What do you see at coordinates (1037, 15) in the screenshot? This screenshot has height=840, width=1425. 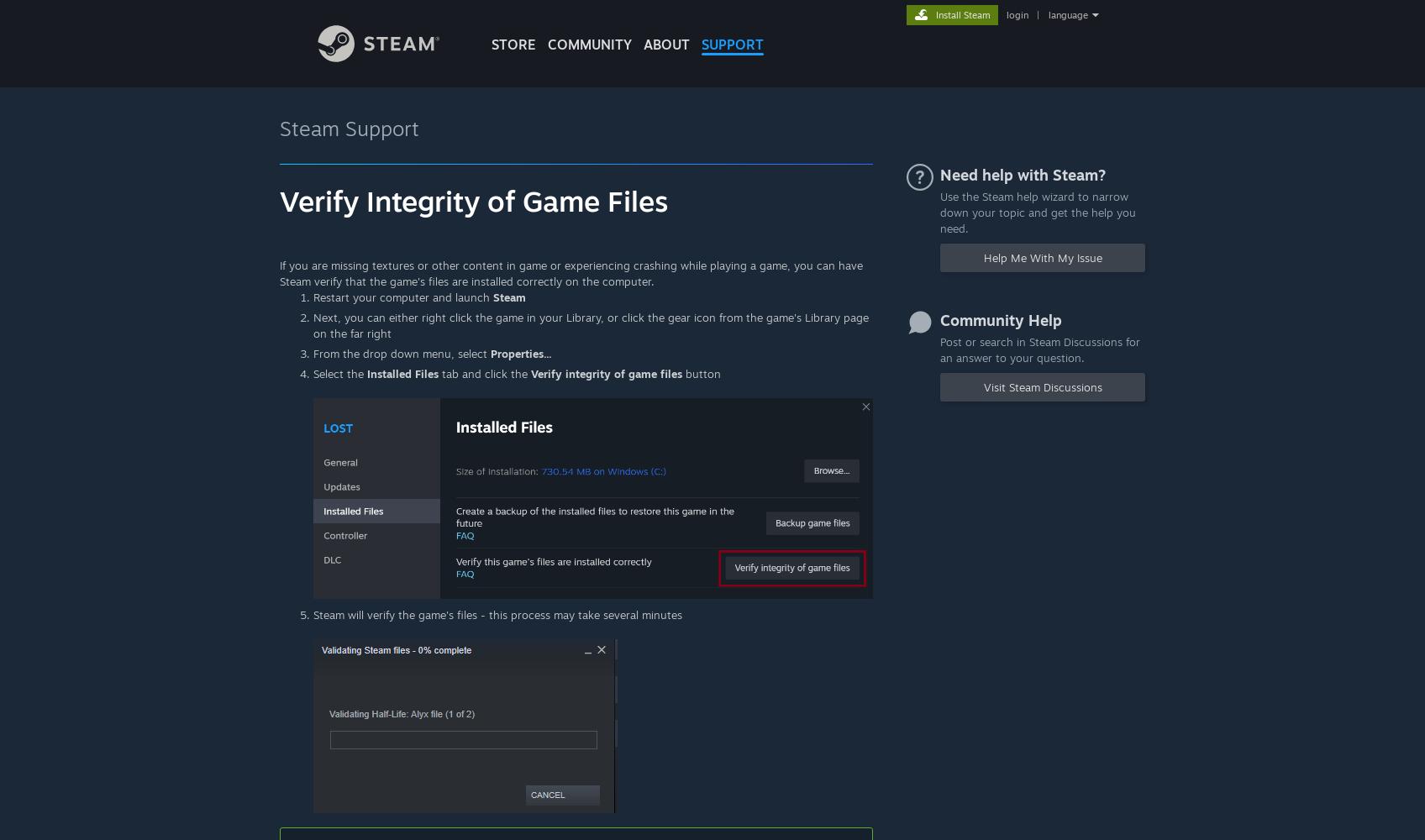 I see `'|'` at bounding box center [1037, 15].